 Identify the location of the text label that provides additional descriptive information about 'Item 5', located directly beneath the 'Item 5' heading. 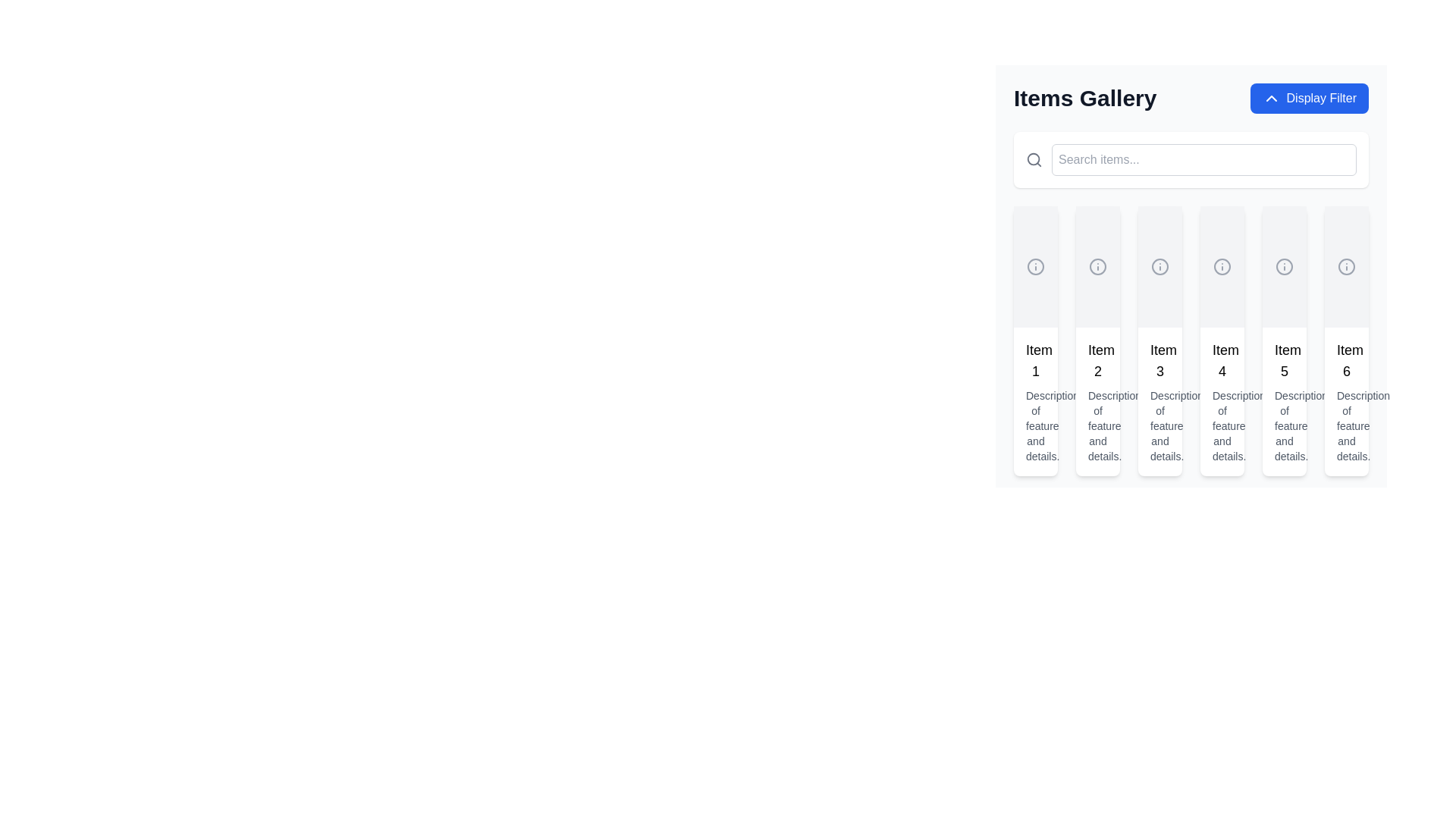
(1284, 426).